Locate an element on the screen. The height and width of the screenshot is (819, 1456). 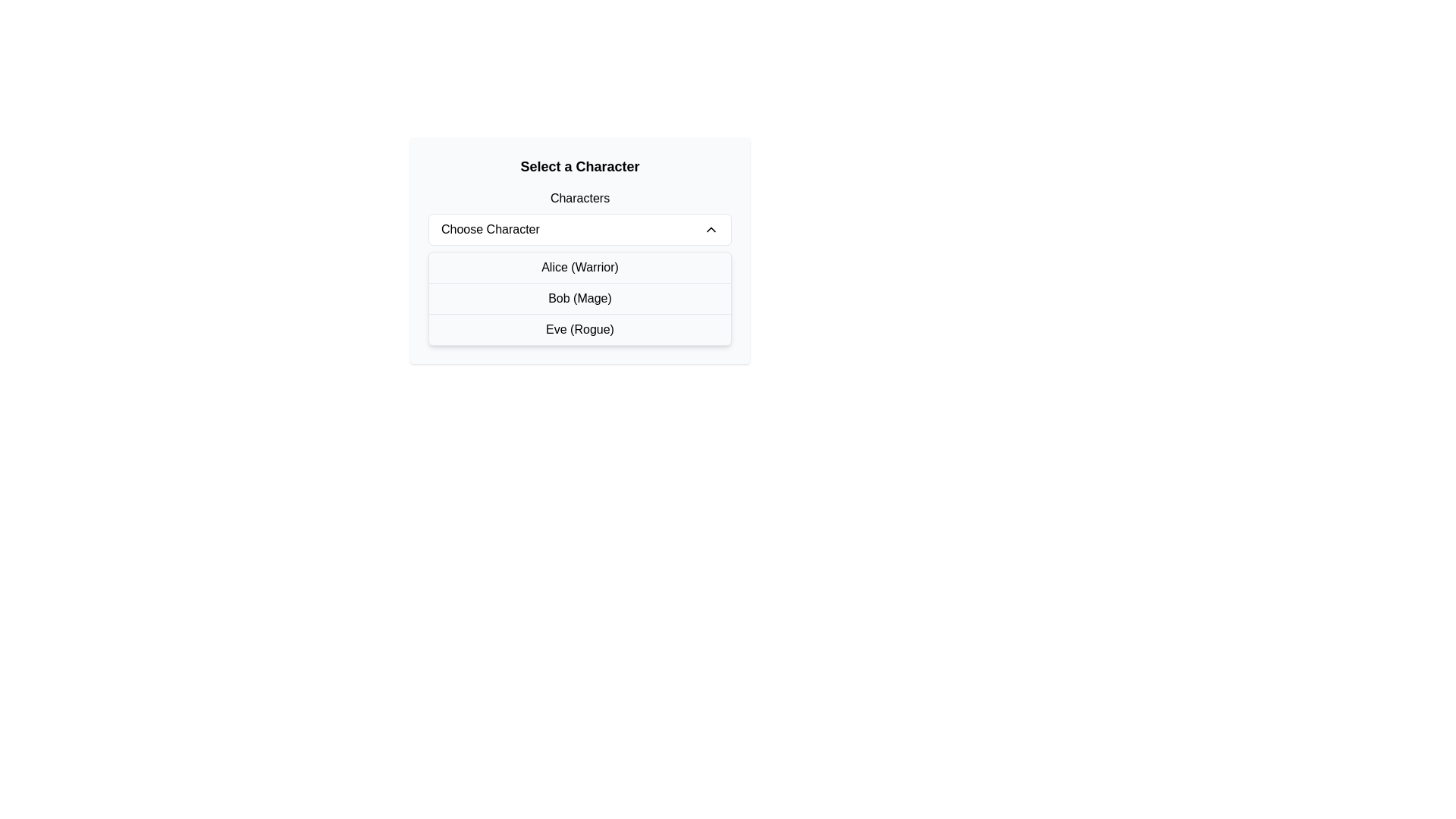
the text label 'Alice (Warrior)' in the dropdown menu is located at coordinates (579, 267).